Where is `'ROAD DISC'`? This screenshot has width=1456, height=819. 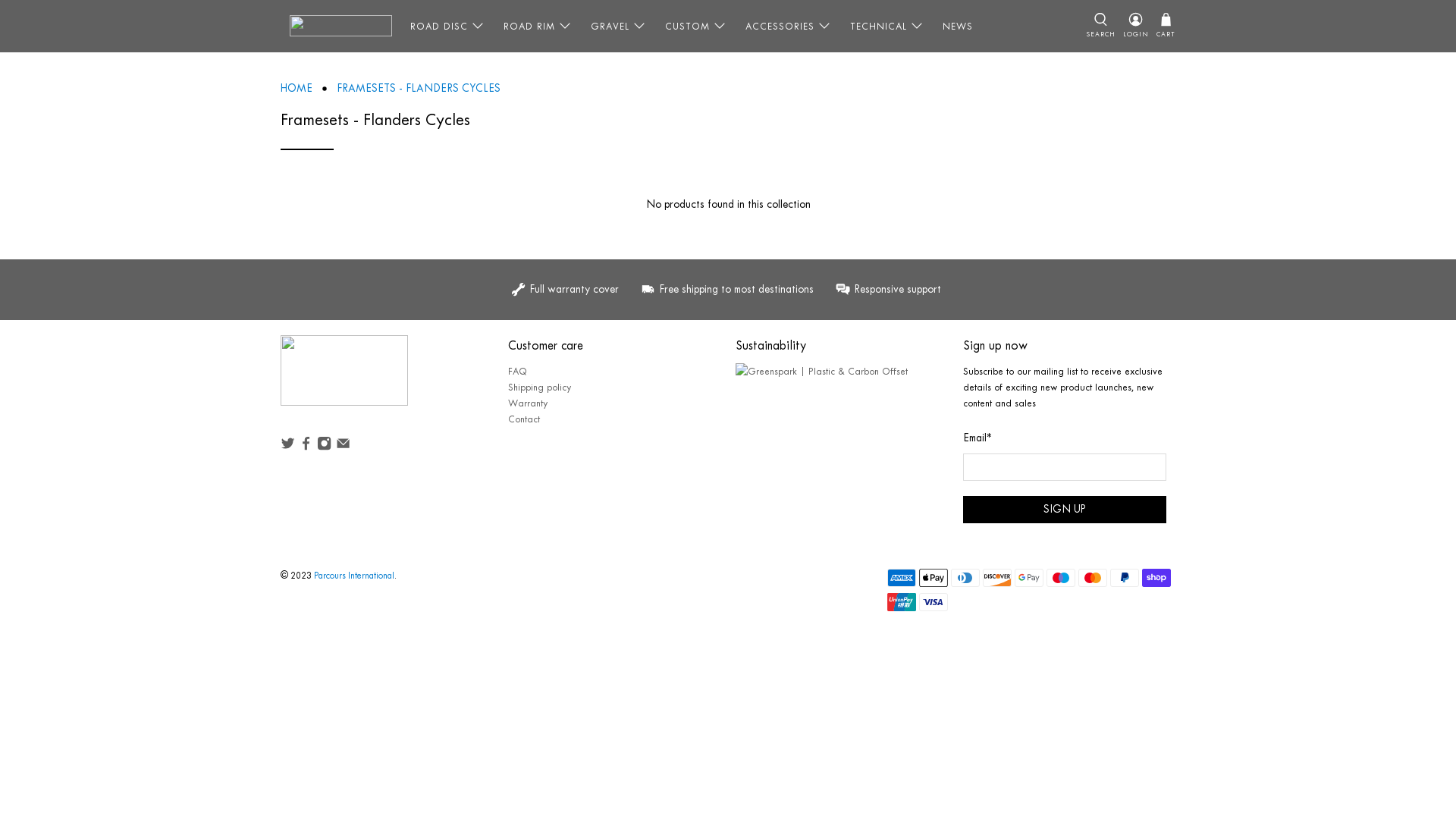 'ROAD DISC' is located at coordinates (447, 26).